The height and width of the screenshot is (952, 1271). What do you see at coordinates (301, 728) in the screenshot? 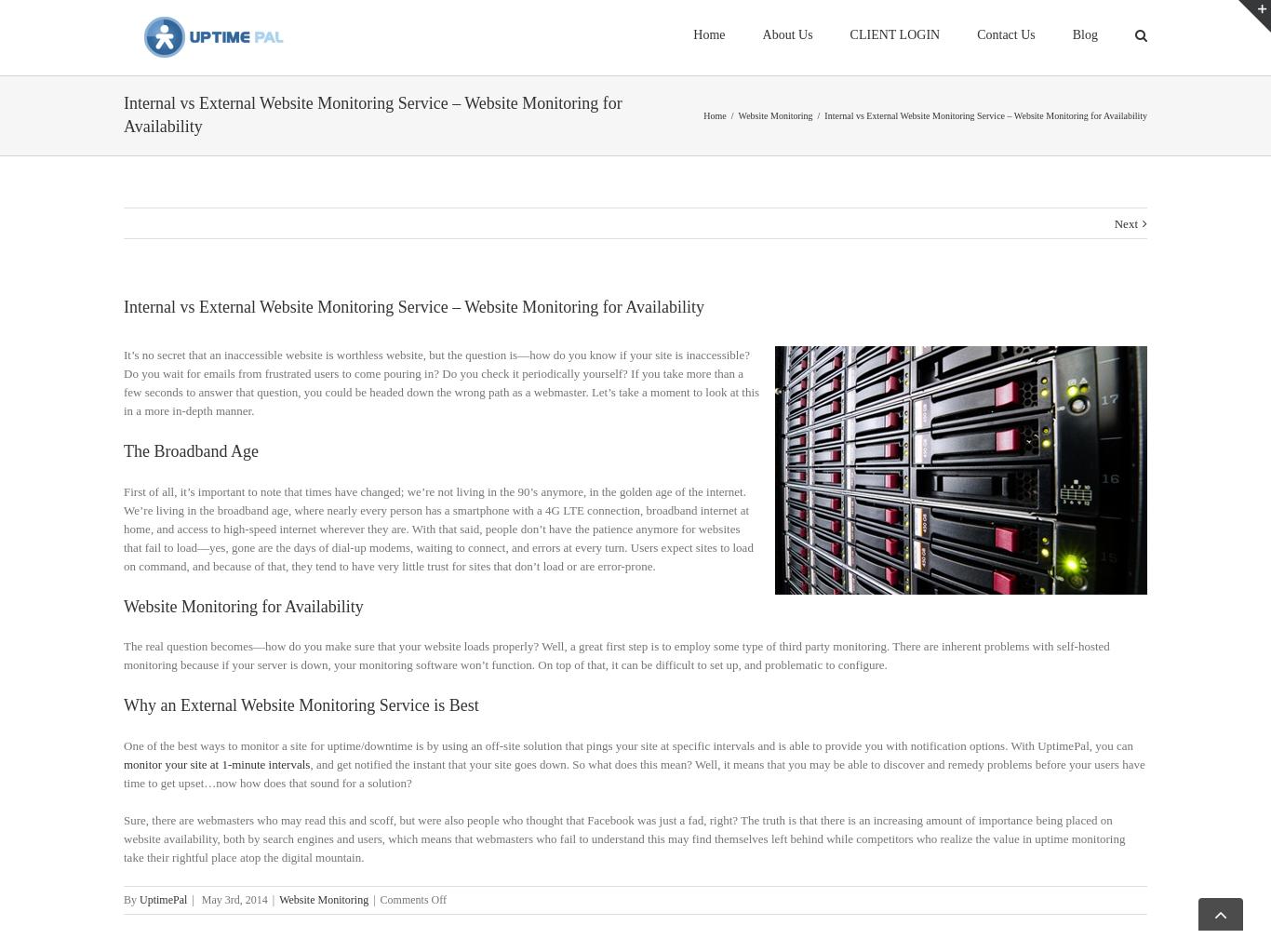
I see `'Why an External Website Monitoring Service is Best'` at bounding box center [301, 728].